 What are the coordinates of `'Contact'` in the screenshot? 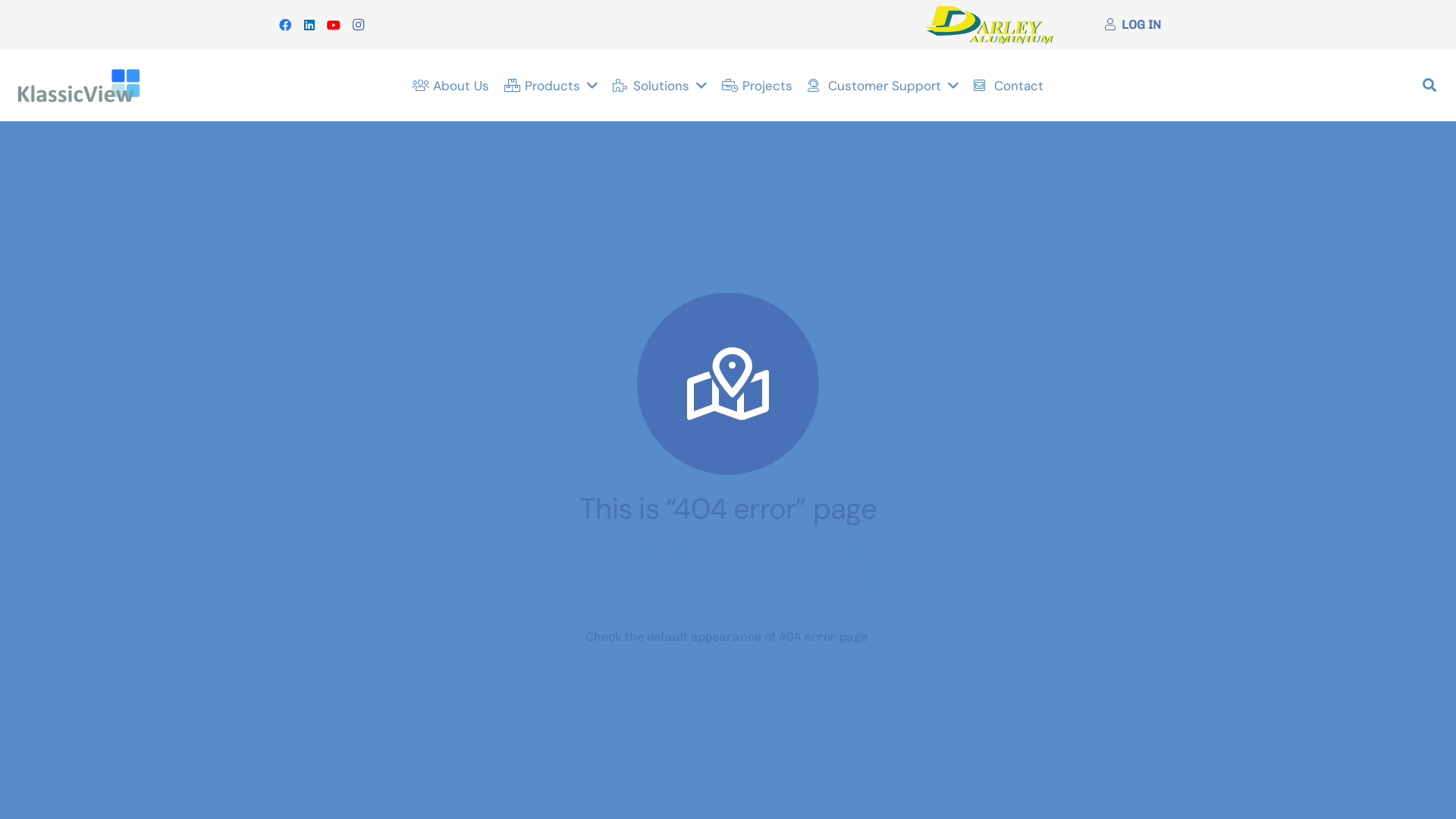 It's located at (965, 85).